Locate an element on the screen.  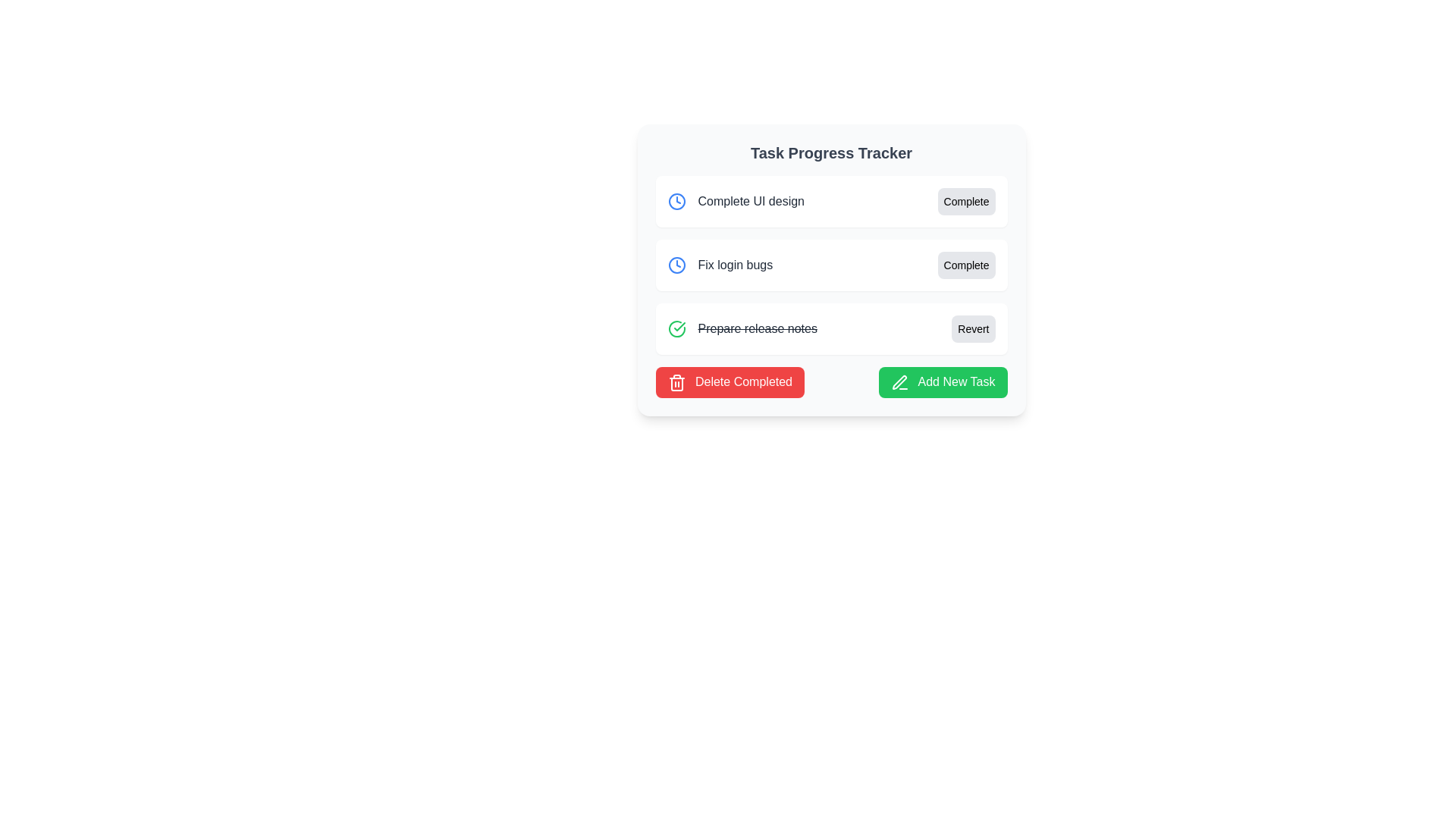
the white circular status indicator icon with a green stroke, located to the left of the 'Prepare release notes' text in the third task card is located at coordinates (676, 328).